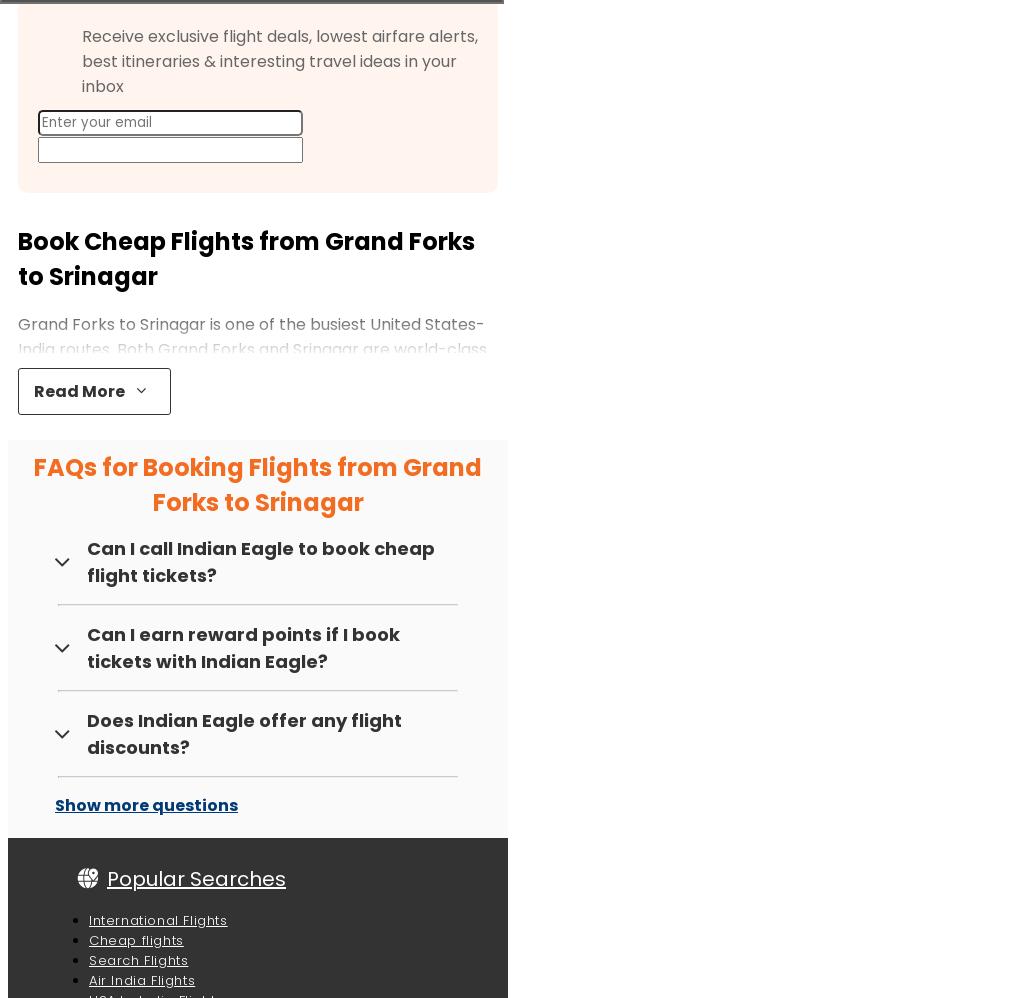 The height and width of the screenshot is (998, 1018). Describe the element at coordinates (257, 483) in the screenshot. I see `'FAQs for Booking Flights from Grand Forks to Srinagar'` at that location.